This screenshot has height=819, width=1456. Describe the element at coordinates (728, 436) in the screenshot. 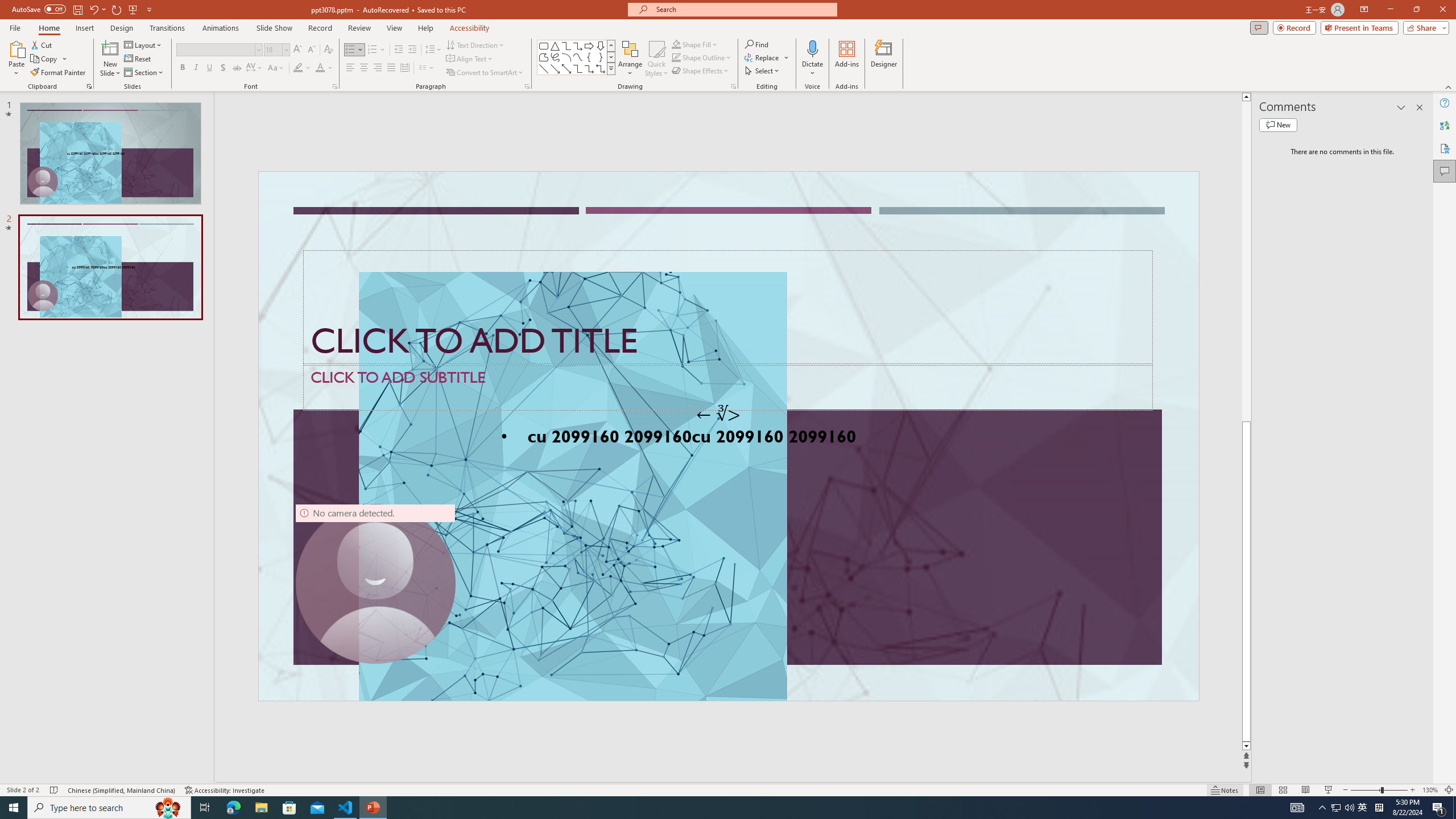

I see `'An abstract genetic concept'` at that location.